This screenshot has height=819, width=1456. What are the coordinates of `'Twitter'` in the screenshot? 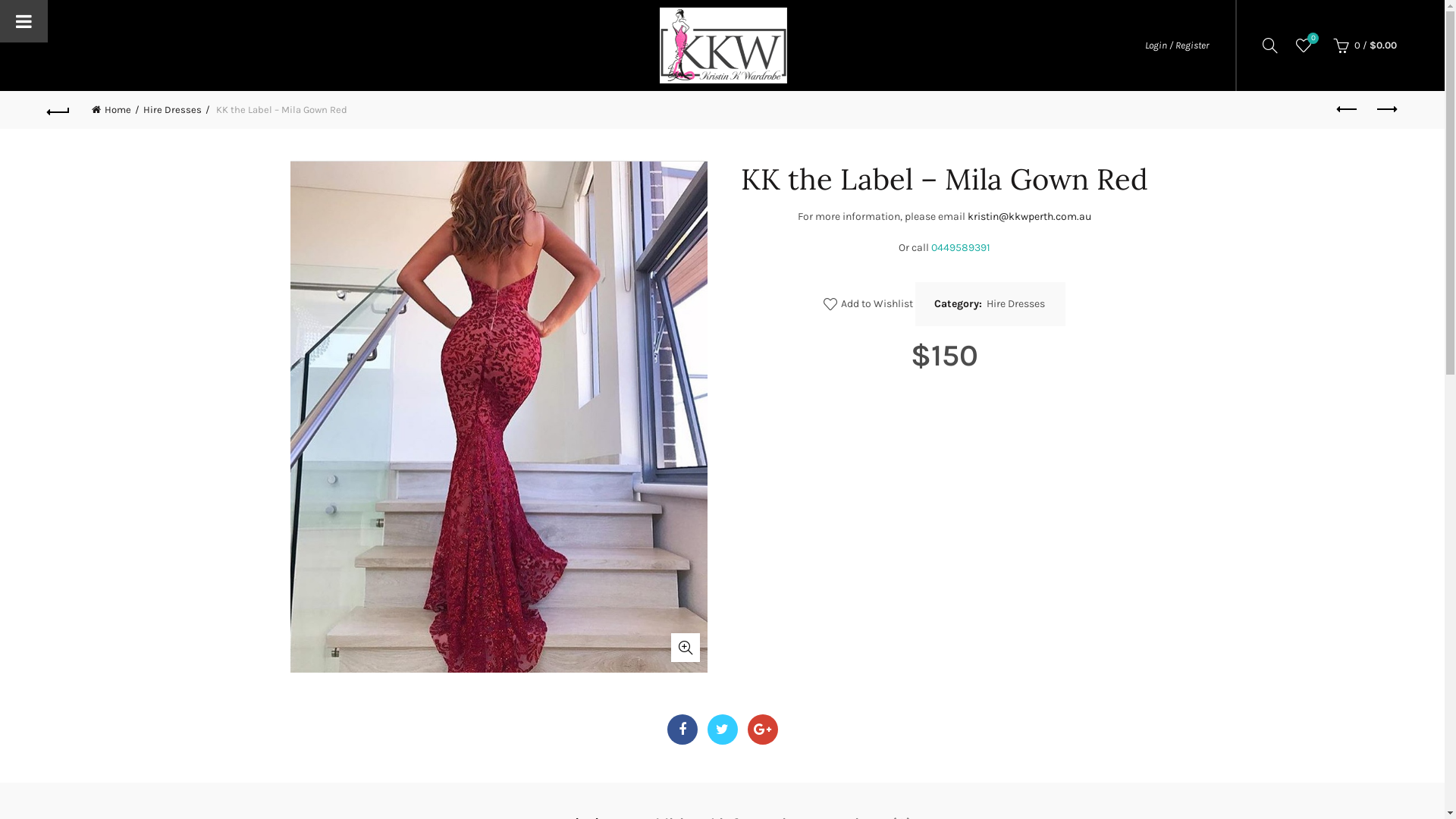 It's located at (705, 728).